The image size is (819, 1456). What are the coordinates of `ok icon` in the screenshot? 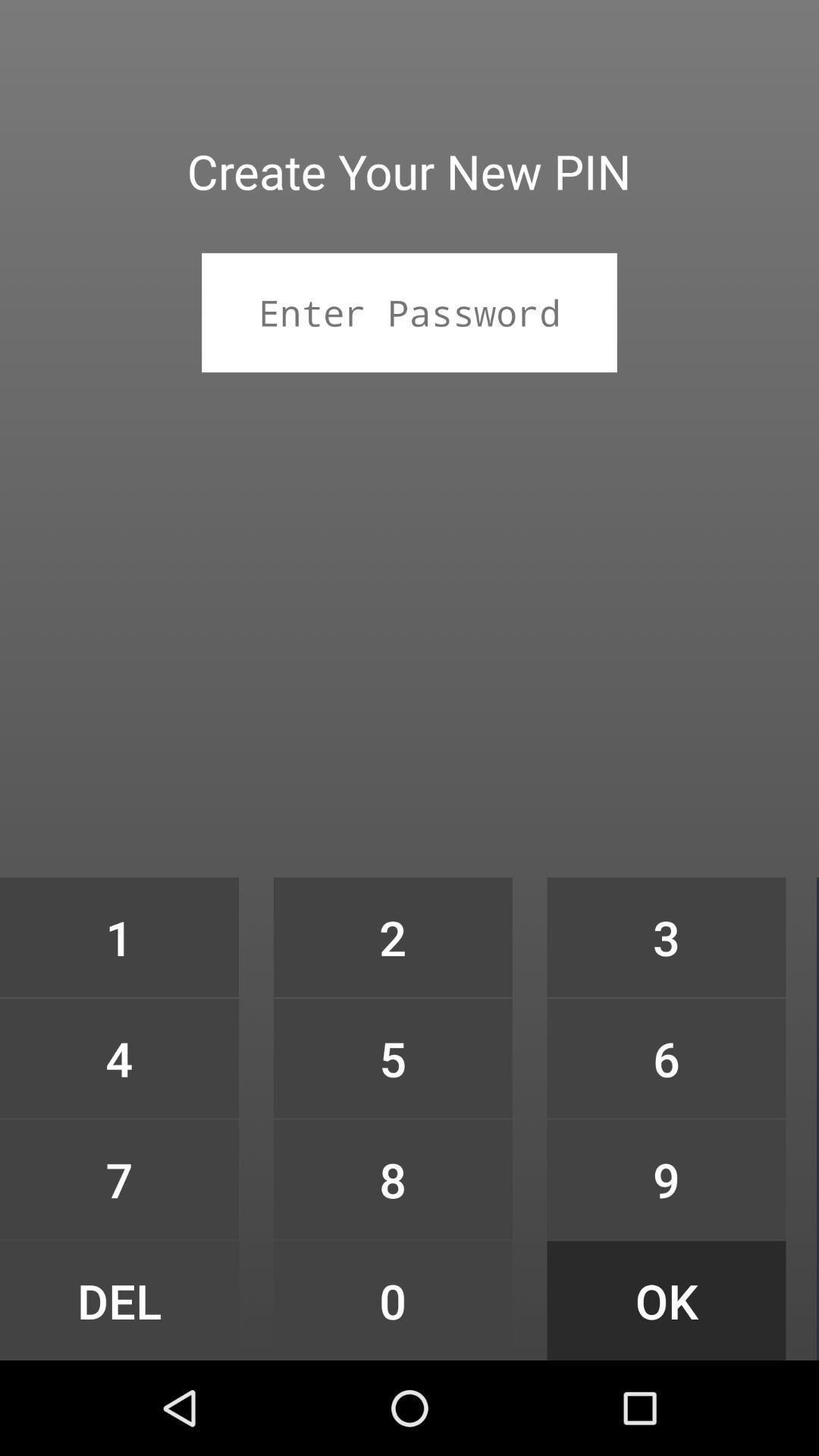 It's located at (666, 1300).